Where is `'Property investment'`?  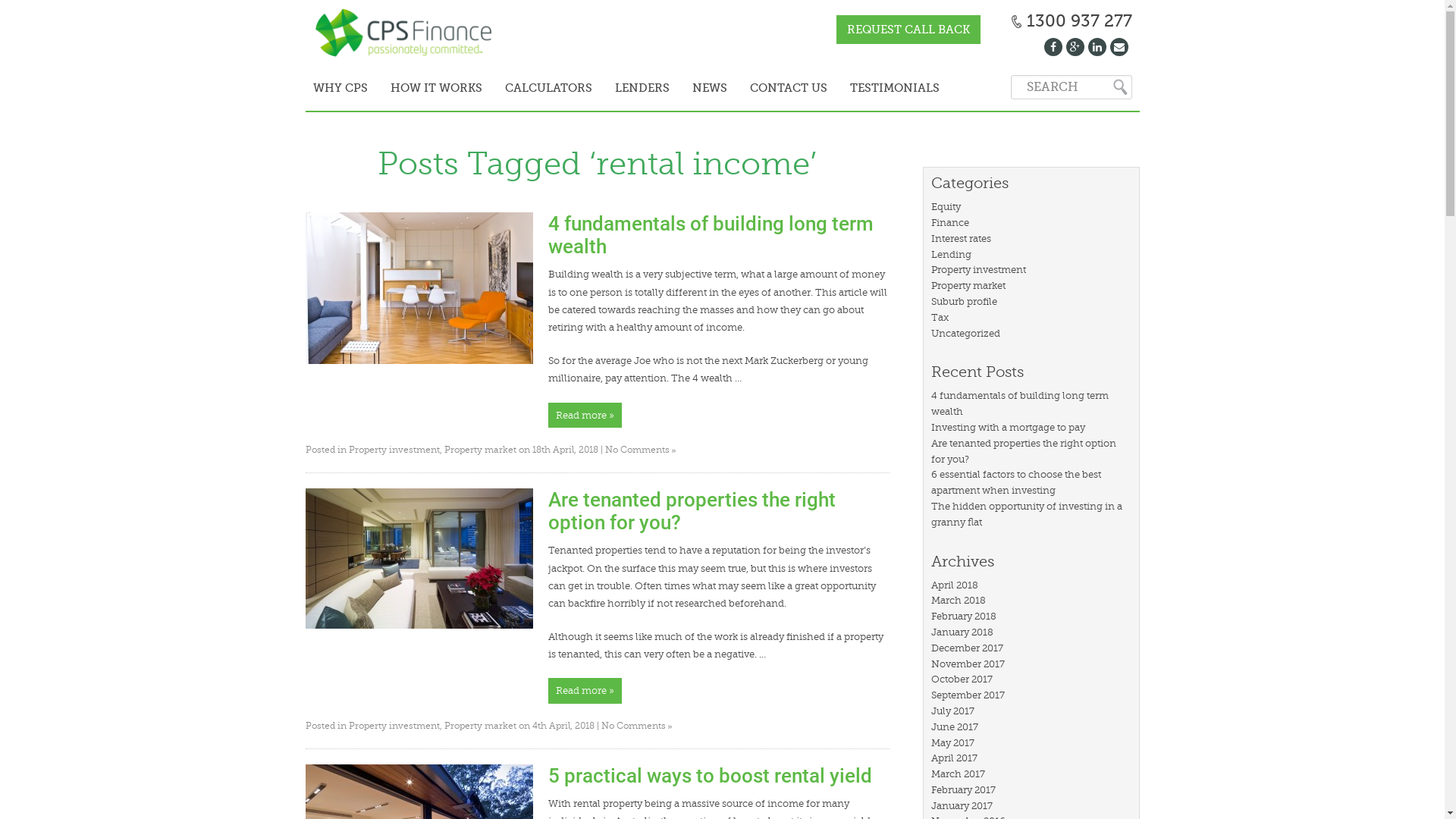
'Property investment' is located at coordinates (348, 724).